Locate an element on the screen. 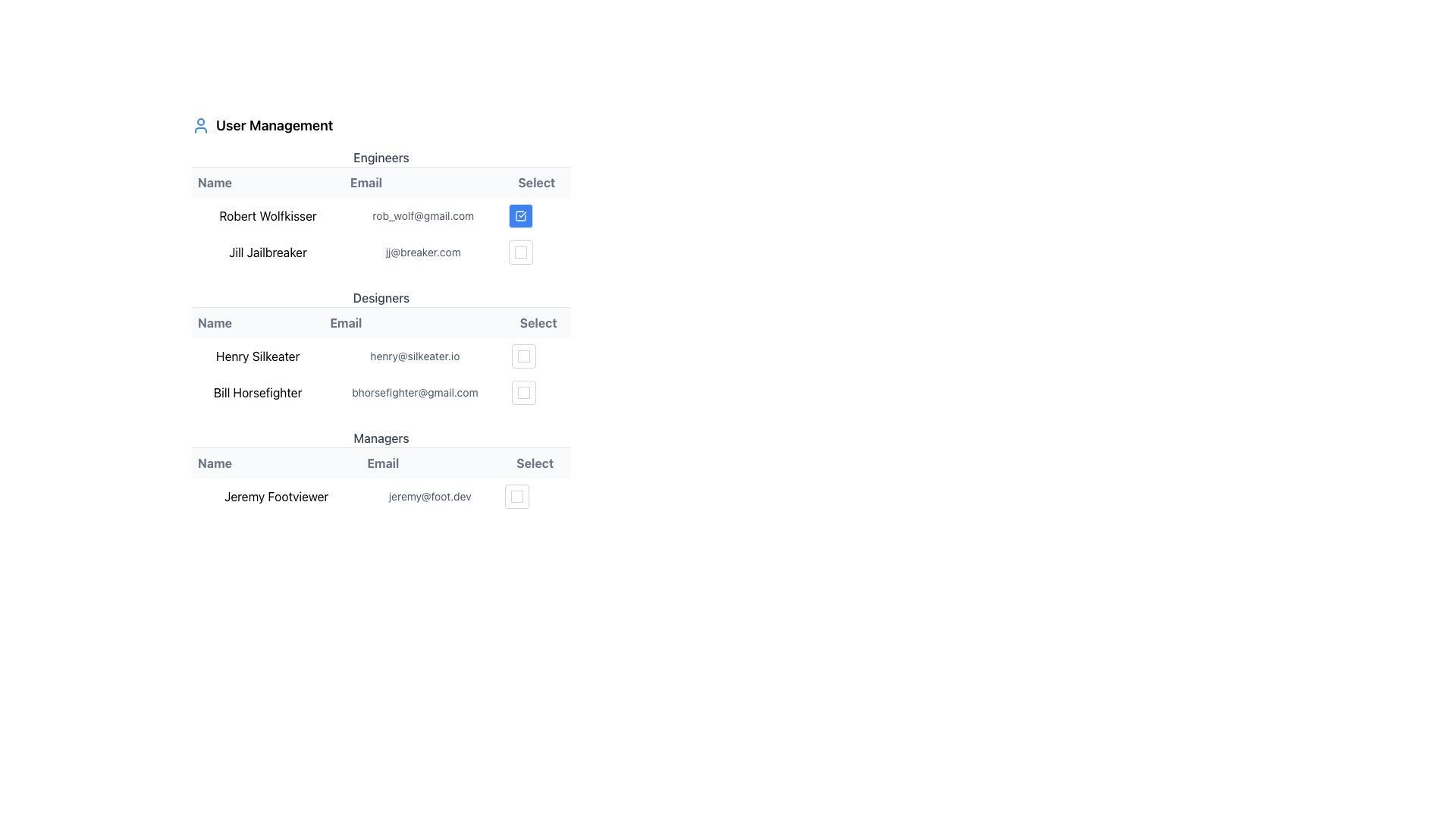 The image size is (1456, 819). the static text display showing the email address of a person listed under the 'Managers' section, located in the second column titled 'Email' is located at coordinates (429, 497).